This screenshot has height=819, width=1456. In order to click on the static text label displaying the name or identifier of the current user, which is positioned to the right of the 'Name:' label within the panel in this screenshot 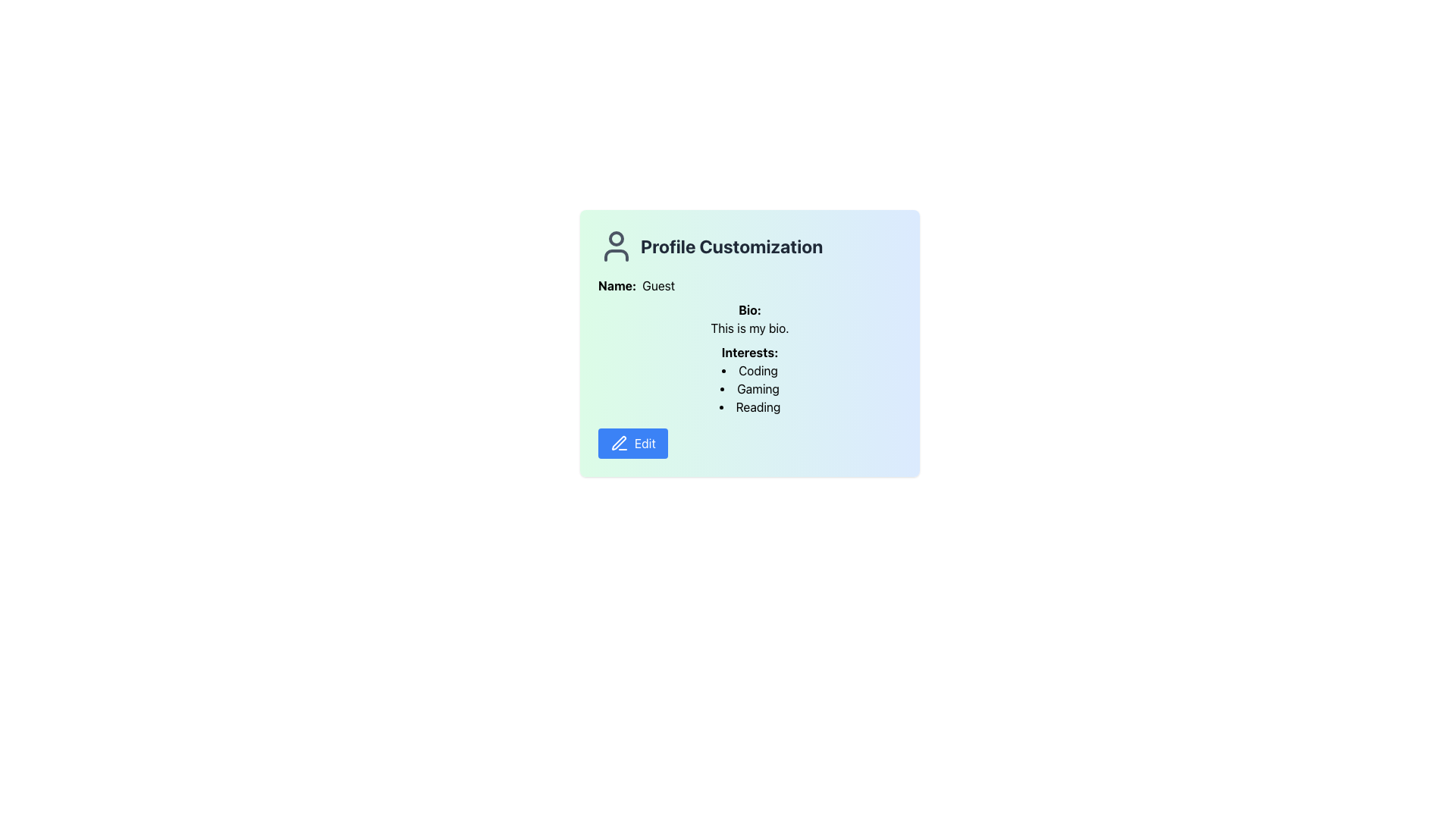, I will do `click(658, 286)`.